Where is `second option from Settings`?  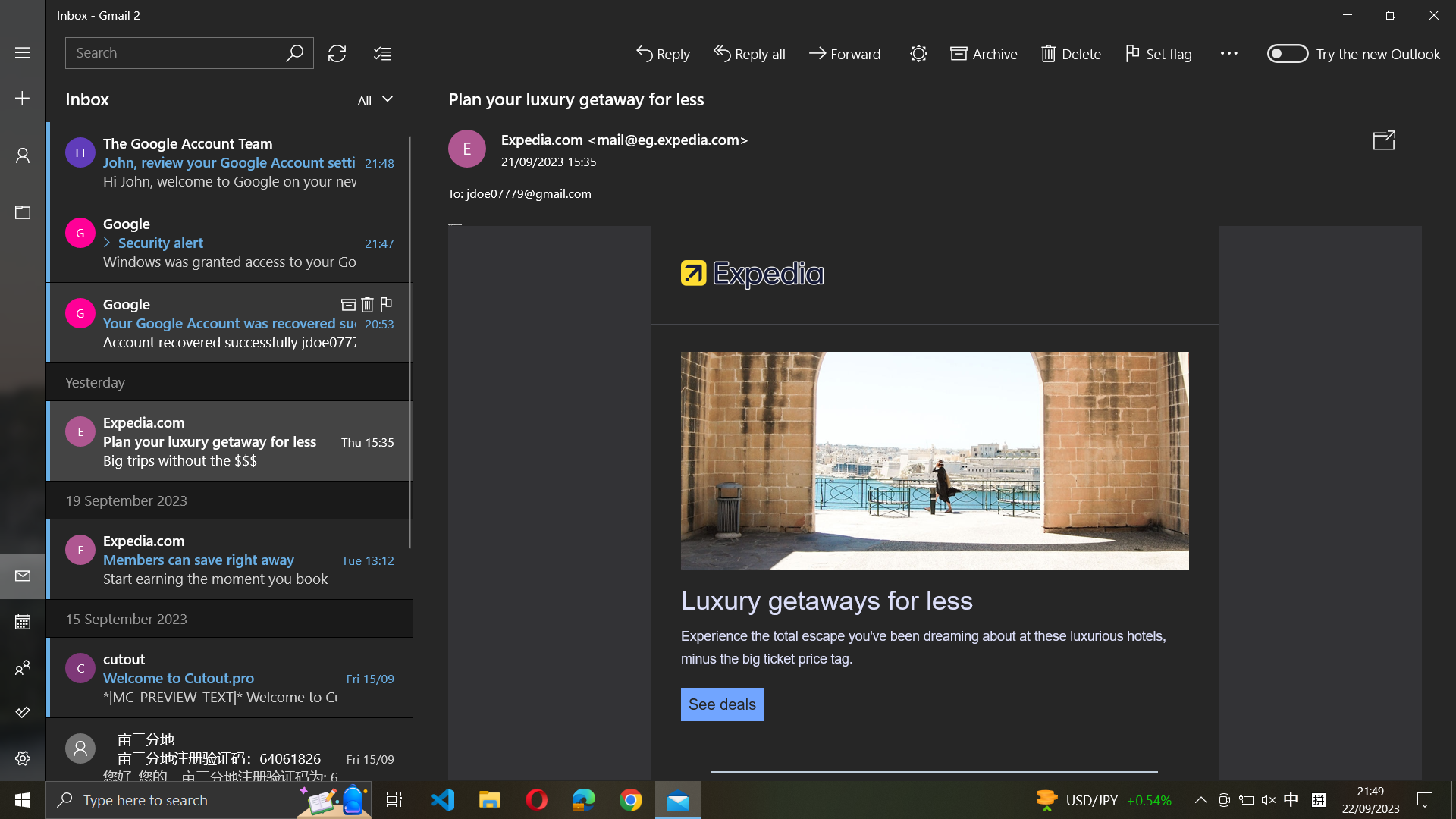 second option from Settings is located at coordinates (22, 760).